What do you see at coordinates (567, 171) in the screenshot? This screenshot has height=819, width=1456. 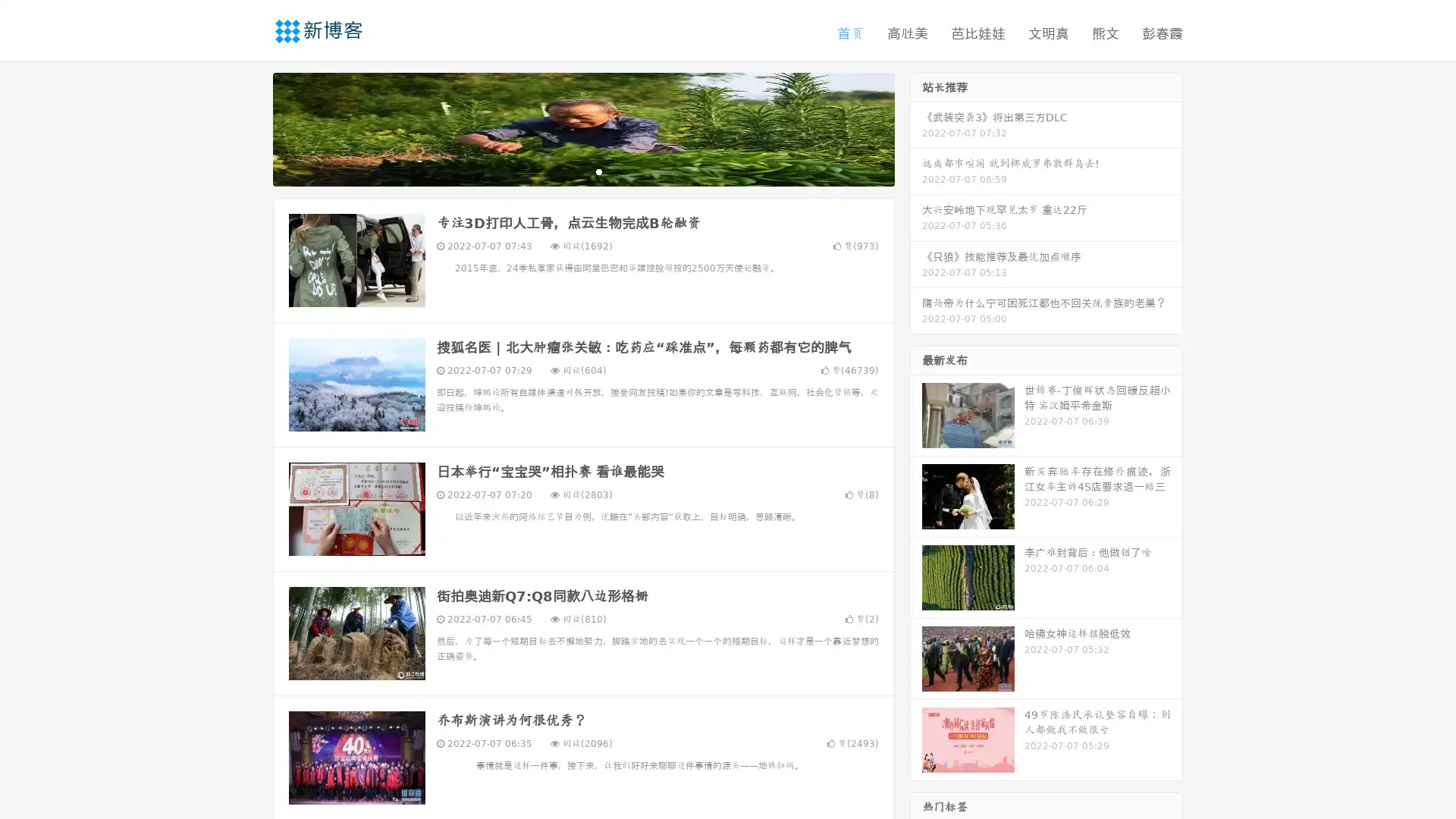 I see `Go to slide 1` at bounding box center [567, 171].